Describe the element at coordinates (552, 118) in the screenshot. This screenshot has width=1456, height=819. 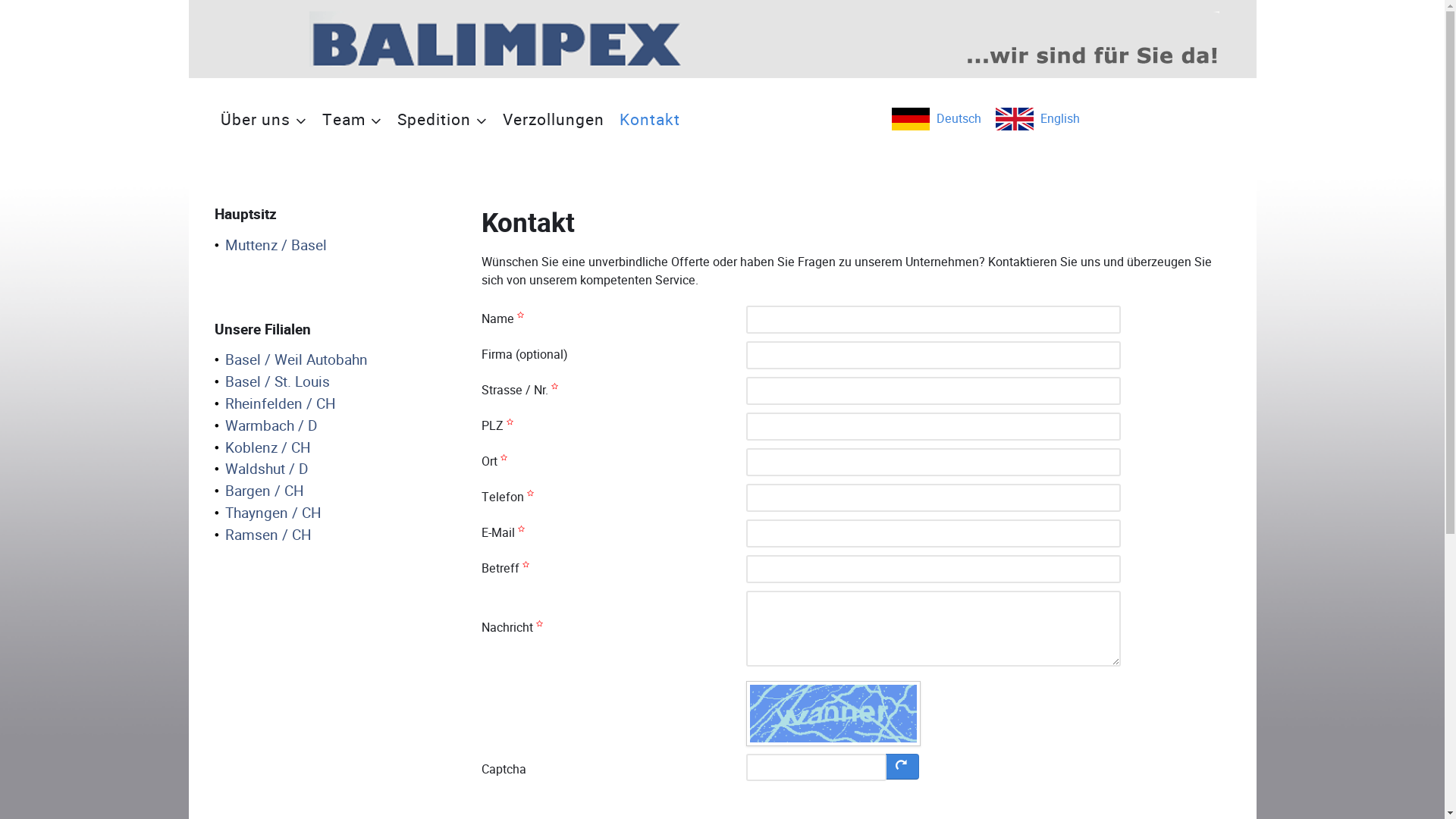
I see `'Verzollungen'` at that location.